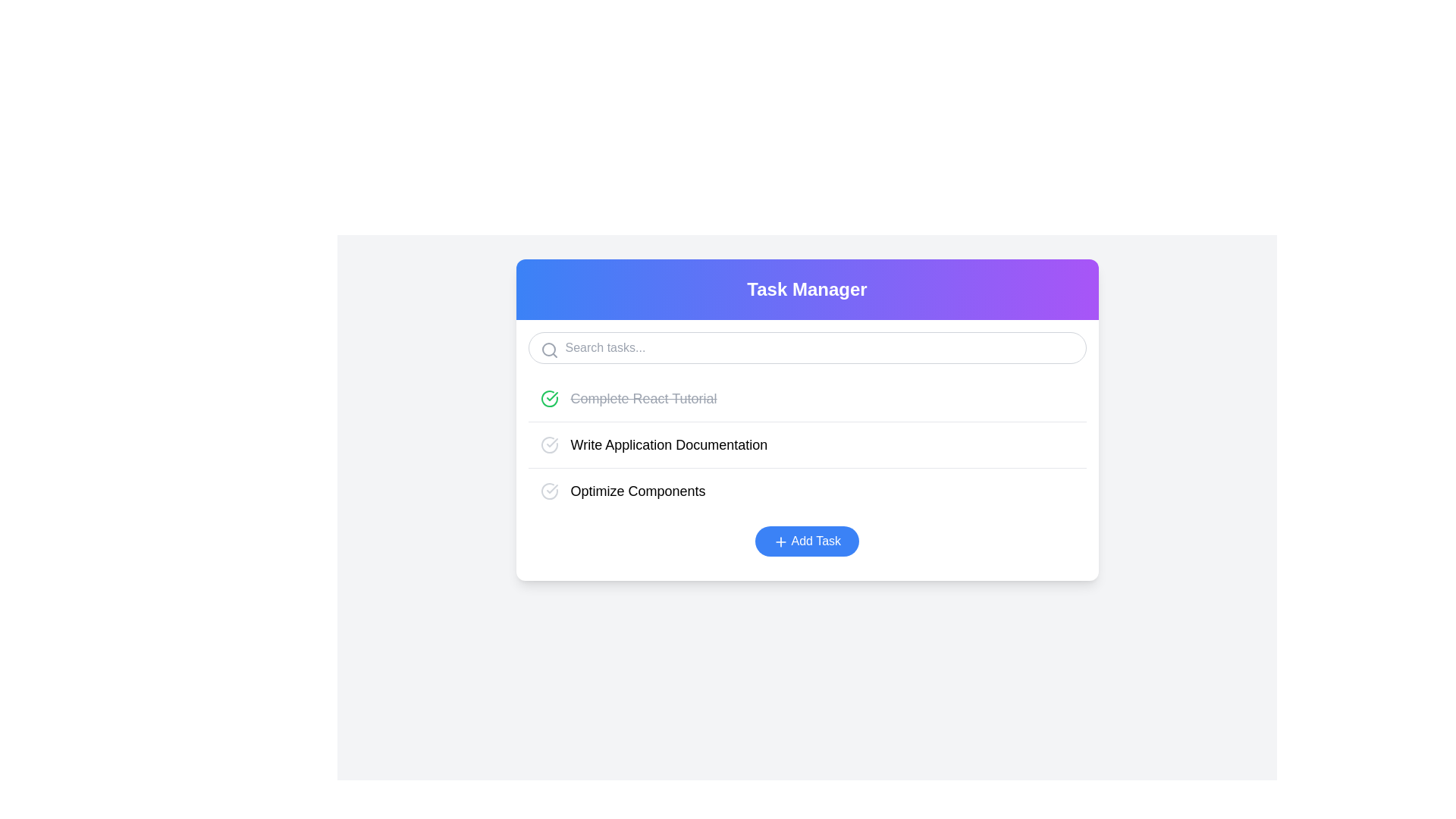 The image size is (1456, 819). What do you see at coordinates (806, 540) in the screenshot?
I see `the blue 'Add Task' button with rounded edges located at the bottom of the content section` at bounding box center [806, 540].